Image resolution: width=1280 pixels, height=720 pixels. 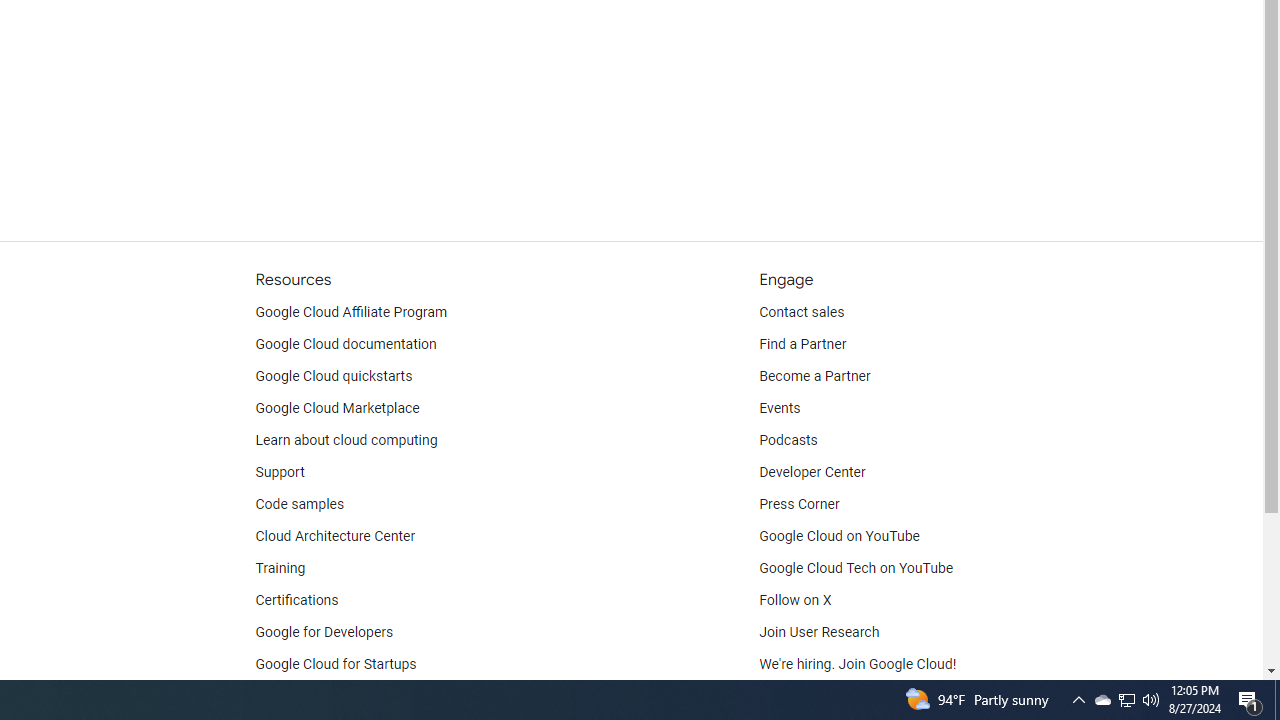 I want to click on 'Follow on X', so click(x=794, y=599).